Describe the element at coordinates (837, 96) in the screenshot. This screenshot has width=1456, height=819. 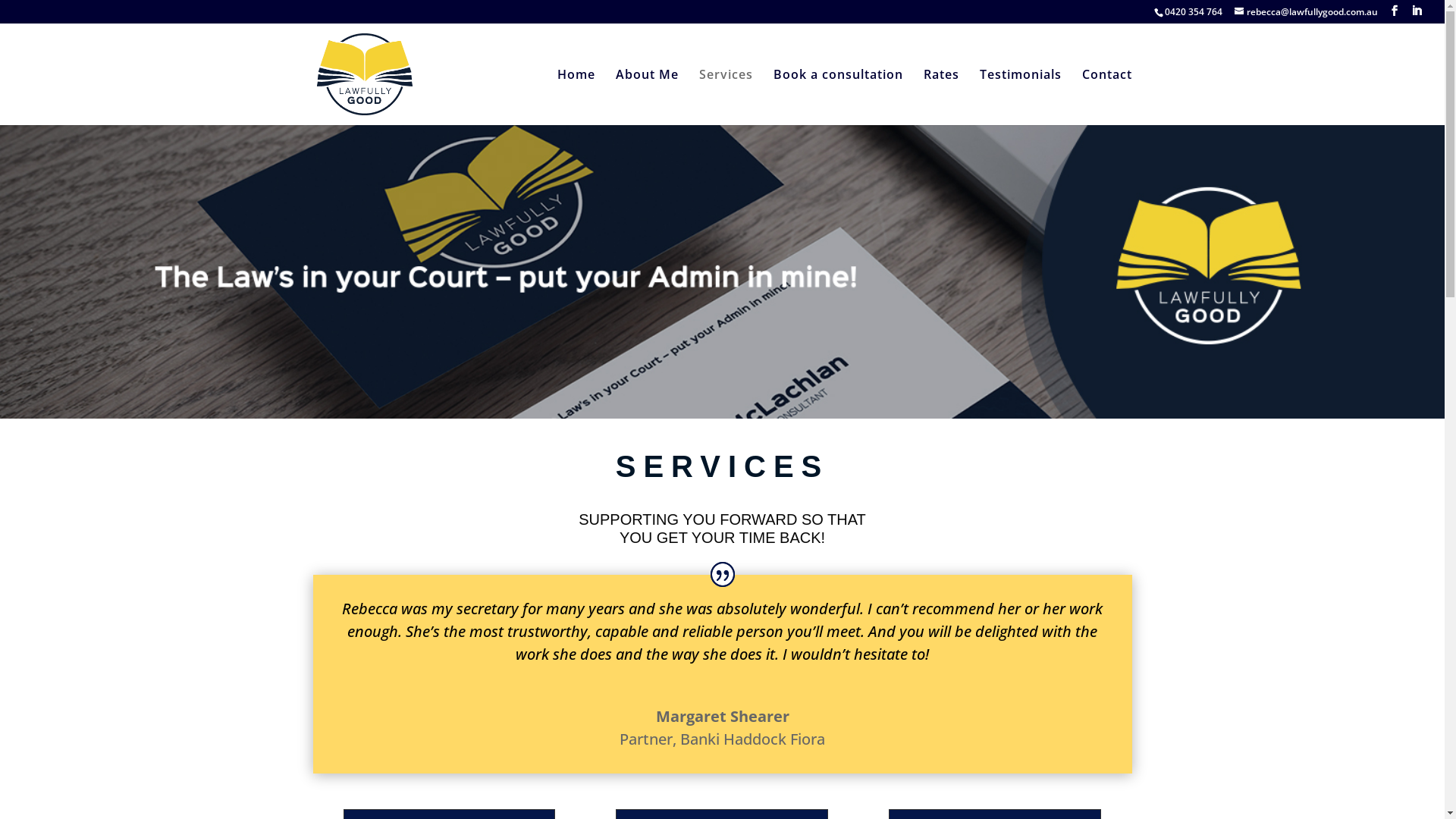
I see `'Book a consultation'` at that location.